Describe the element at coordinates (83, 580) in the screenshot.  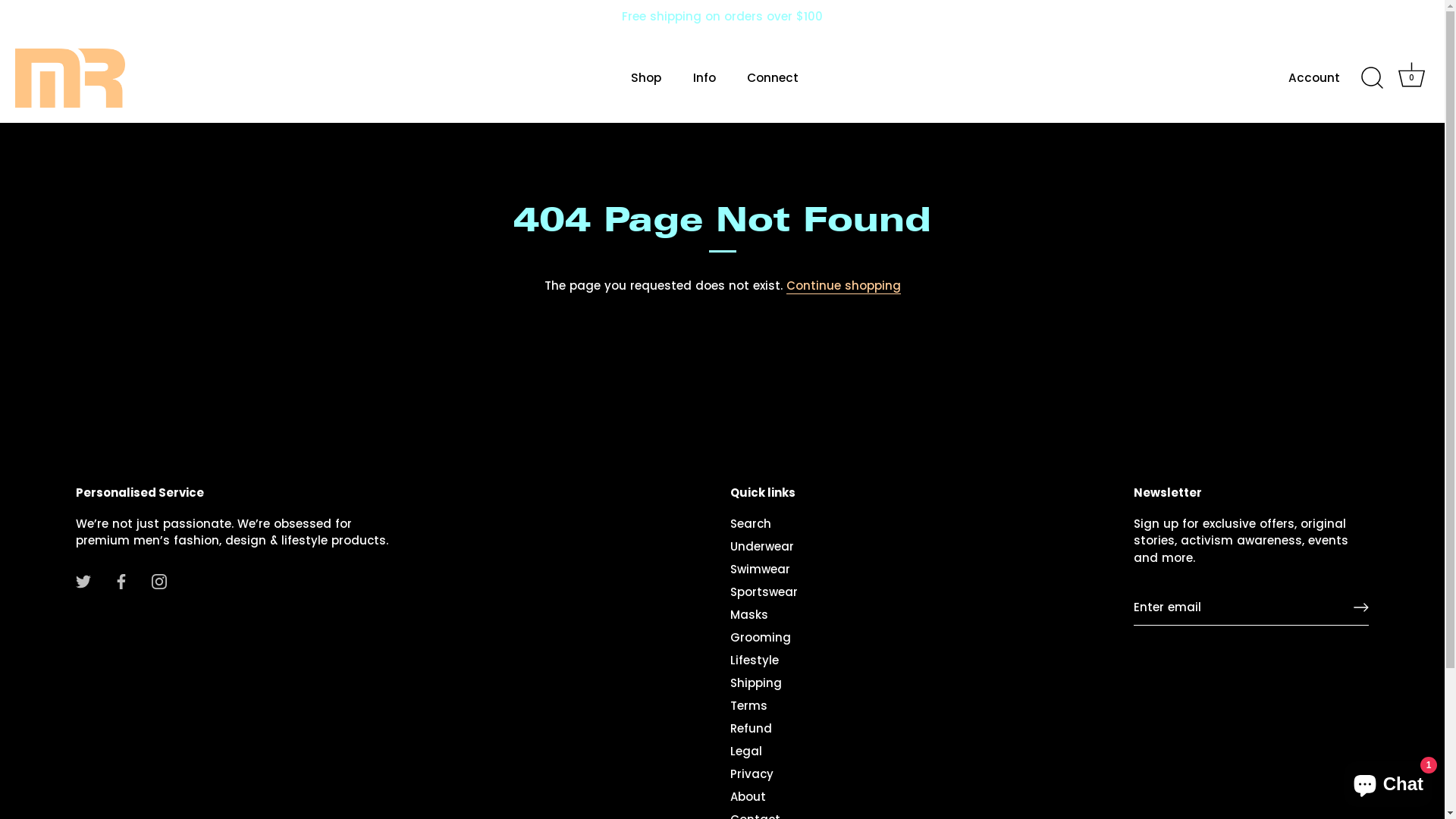
I see `'Twitter'` at that location.